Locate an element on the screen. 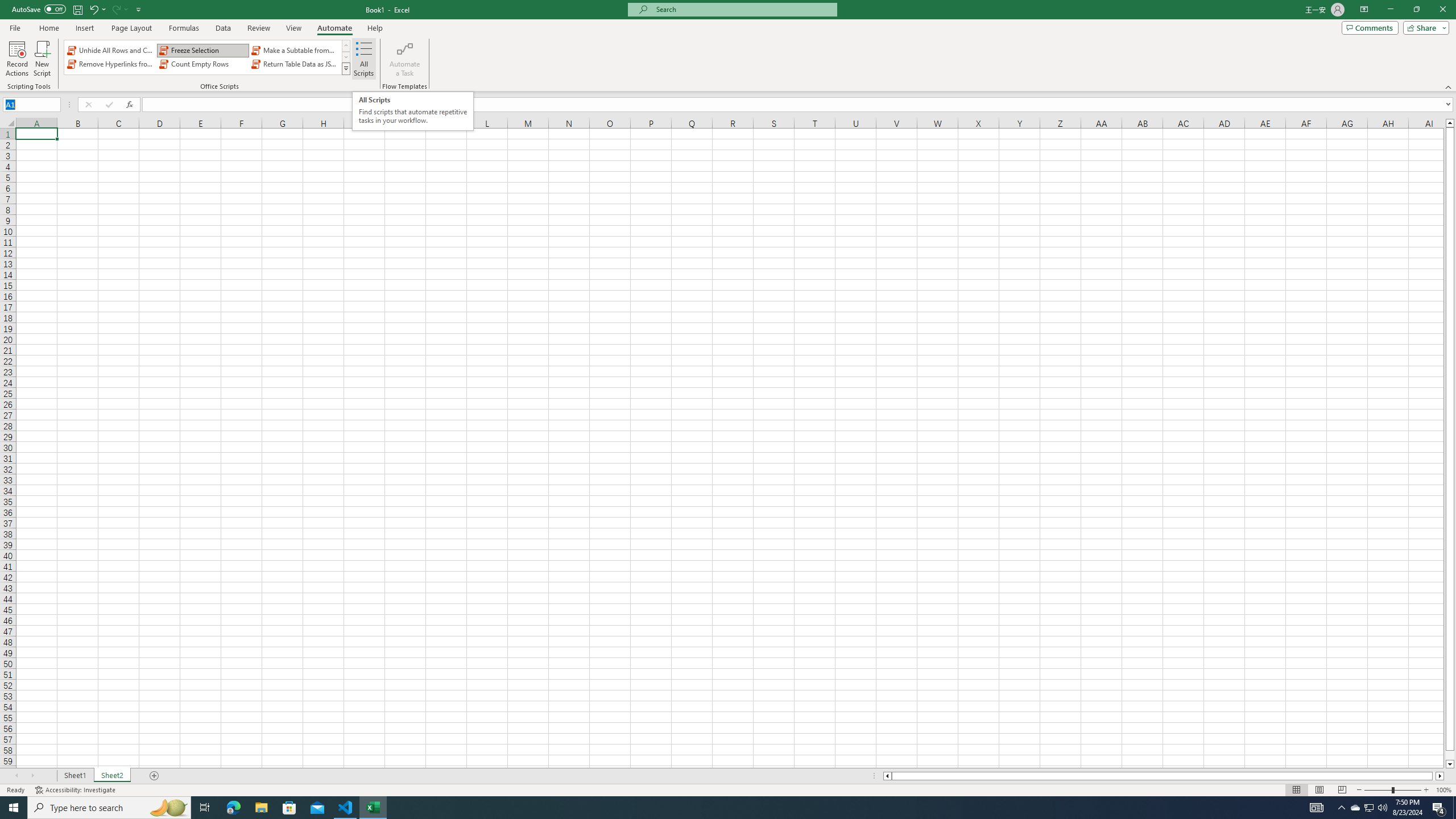 This screenshot has width=1456, height=819. 'Data' is located at coordinates (222, 28).